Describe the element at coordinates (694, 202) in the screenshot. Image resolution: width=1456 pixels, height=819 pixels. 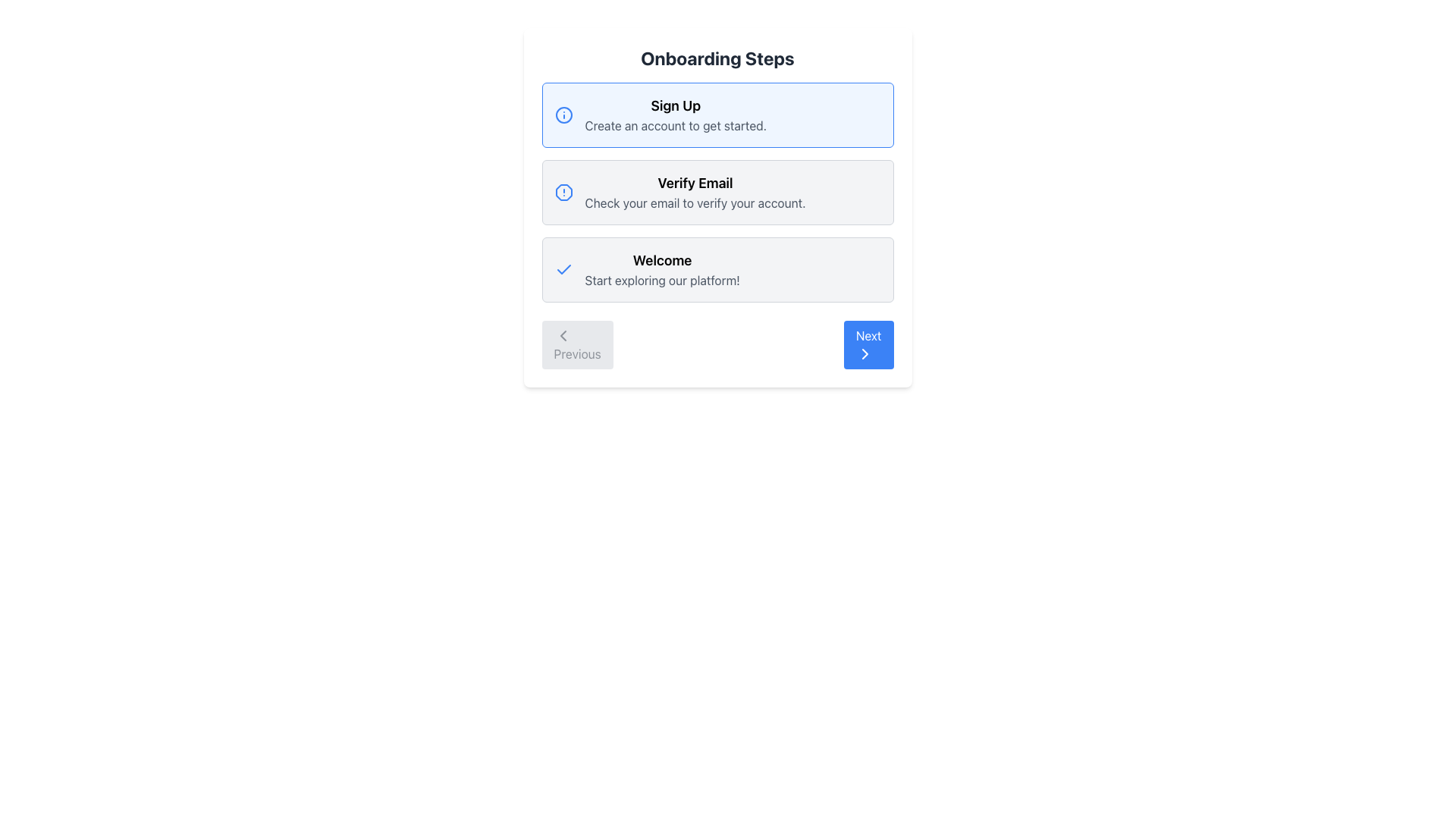
I see `the informational text instructing the user to check their email for account verification, located in the 'Verify Email' step card under the heading 'Verify Email.'` at that location.